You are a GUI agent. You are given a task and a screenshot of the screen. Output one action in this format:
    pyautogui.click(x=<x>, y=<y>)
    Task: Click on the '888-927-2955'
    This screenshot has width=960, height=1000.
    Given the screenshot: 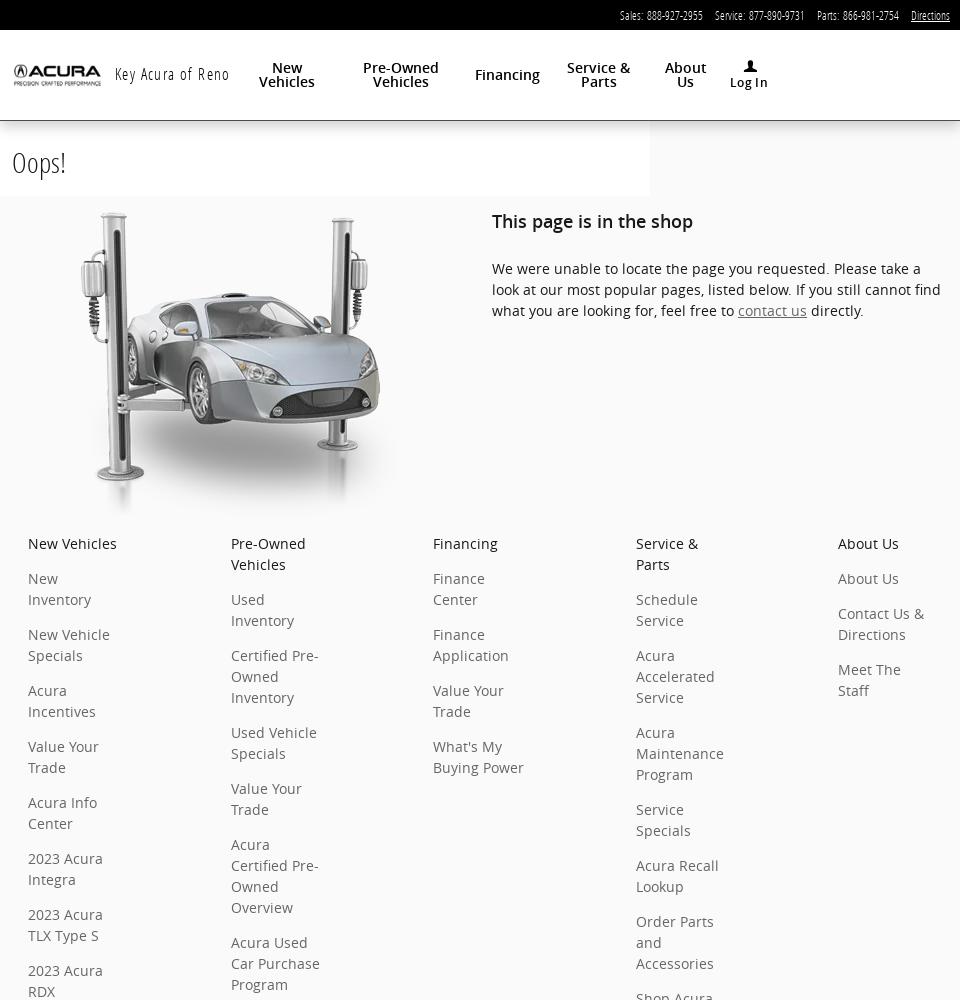 What is the action you would take?
    pyautogui.click(x=674, y=15)
    